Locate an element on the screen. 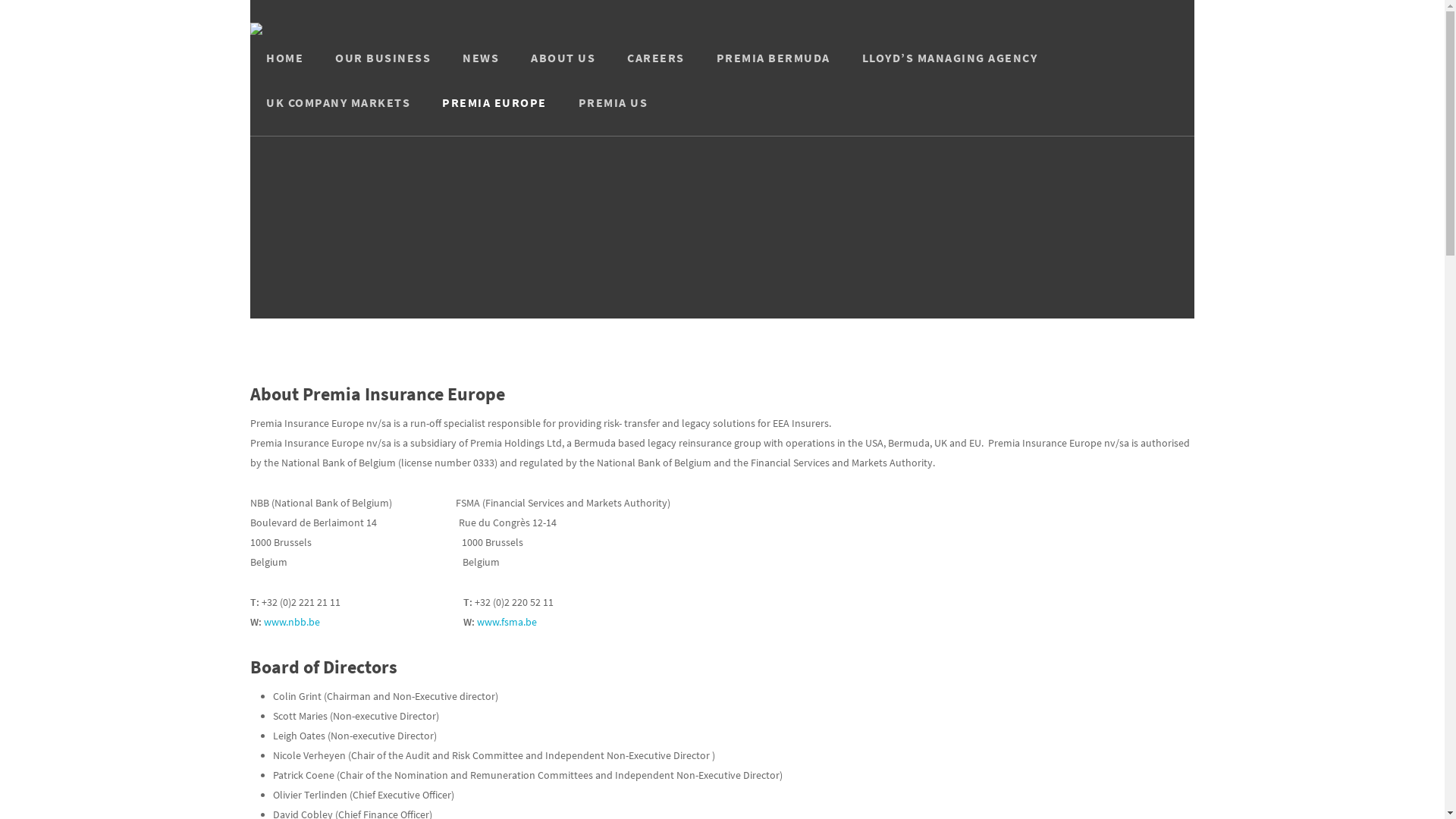 This screenshot has width=1456, height=819. 'PREMIA BERMUDA' is located at coordinates (700, 69).